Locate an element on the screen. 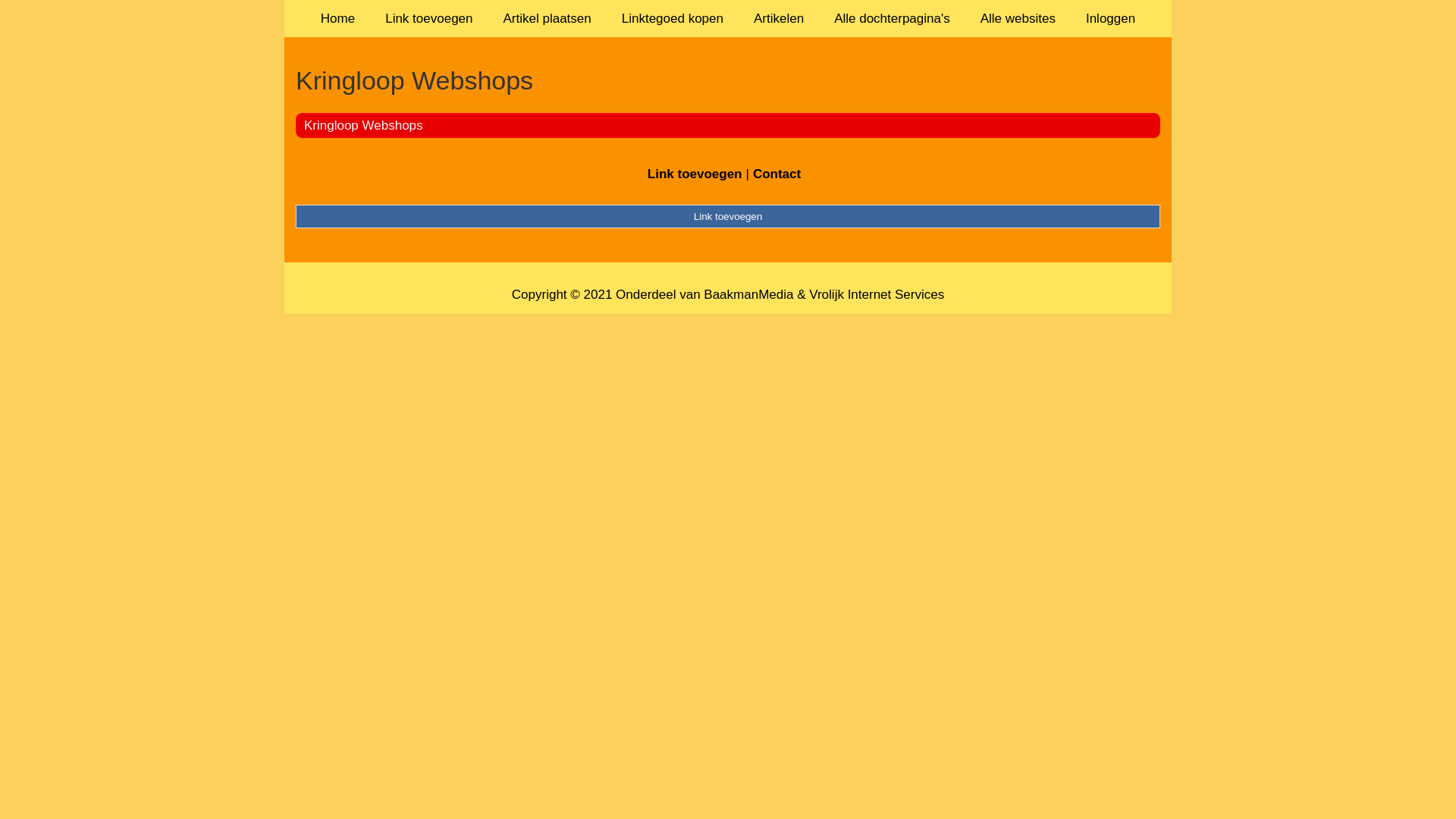 Image resolution: width=1456 pixels, height=819 pixels. 'Artikel plaatsen' is located at coordinates (488, 18).